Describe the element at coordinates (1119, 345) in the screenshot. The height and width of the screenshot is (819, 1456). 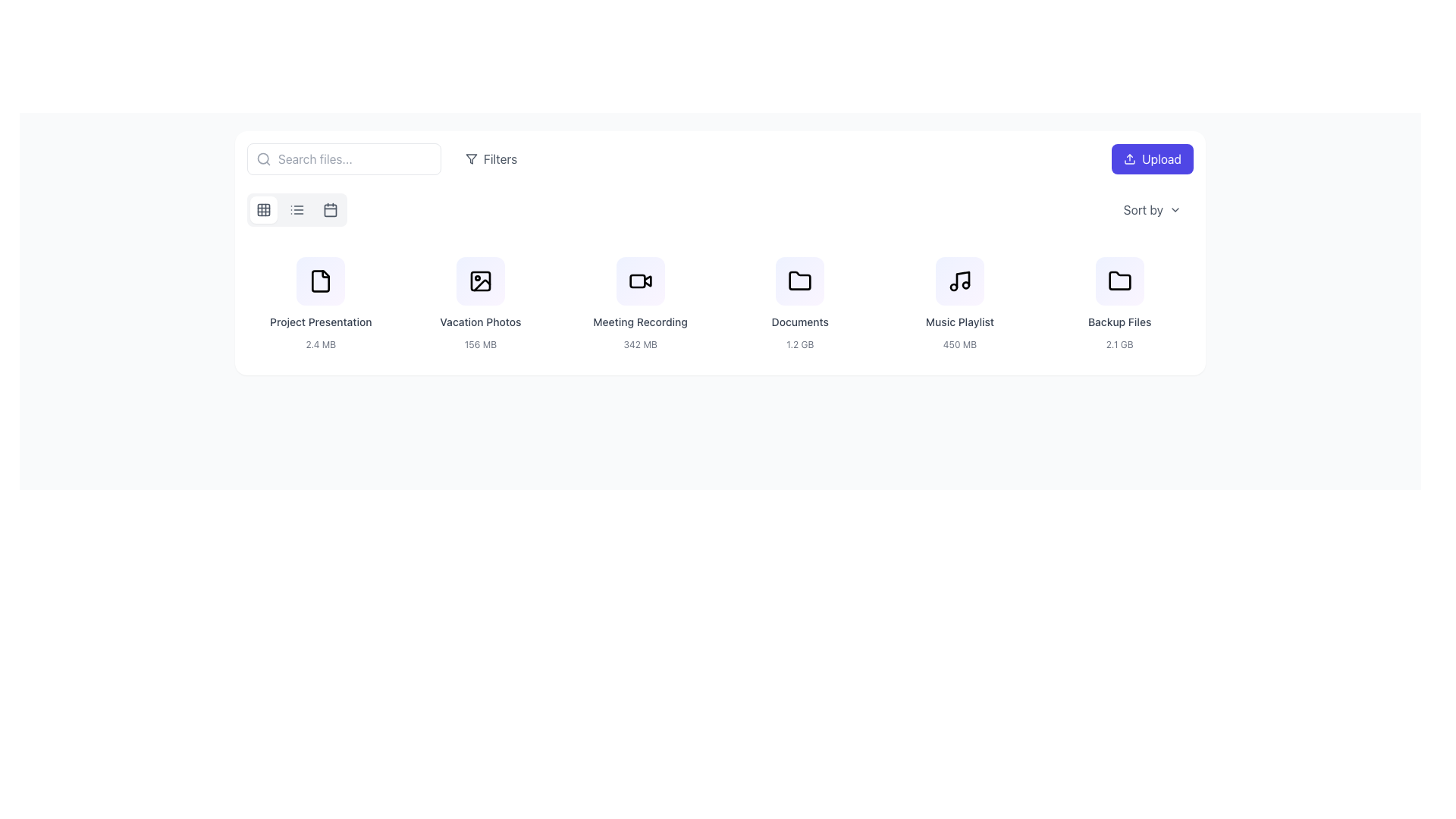
I see `the Text label that indicates the size of the backup files, located below the title 'Backup Files' and aligned centrally within the card displaying the backup file details` at that location.